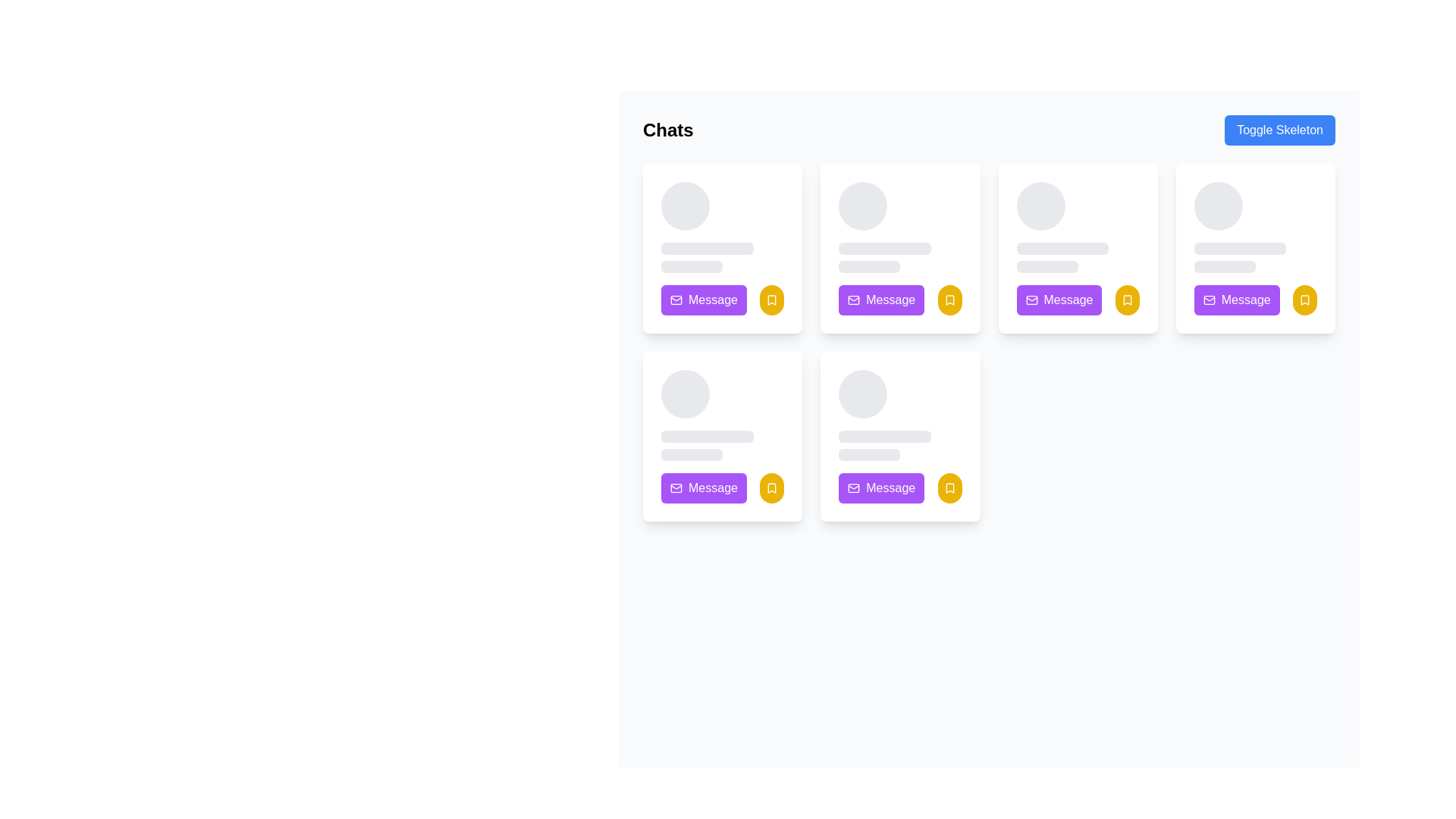 This screenshot has width=1456, height=819. I want to click on the Skeleton Placeholder, which is a narrow horizontal rectangle with rounded ends, located beneath two other placeholder elements in a card-like UI component, so click(869, 265).